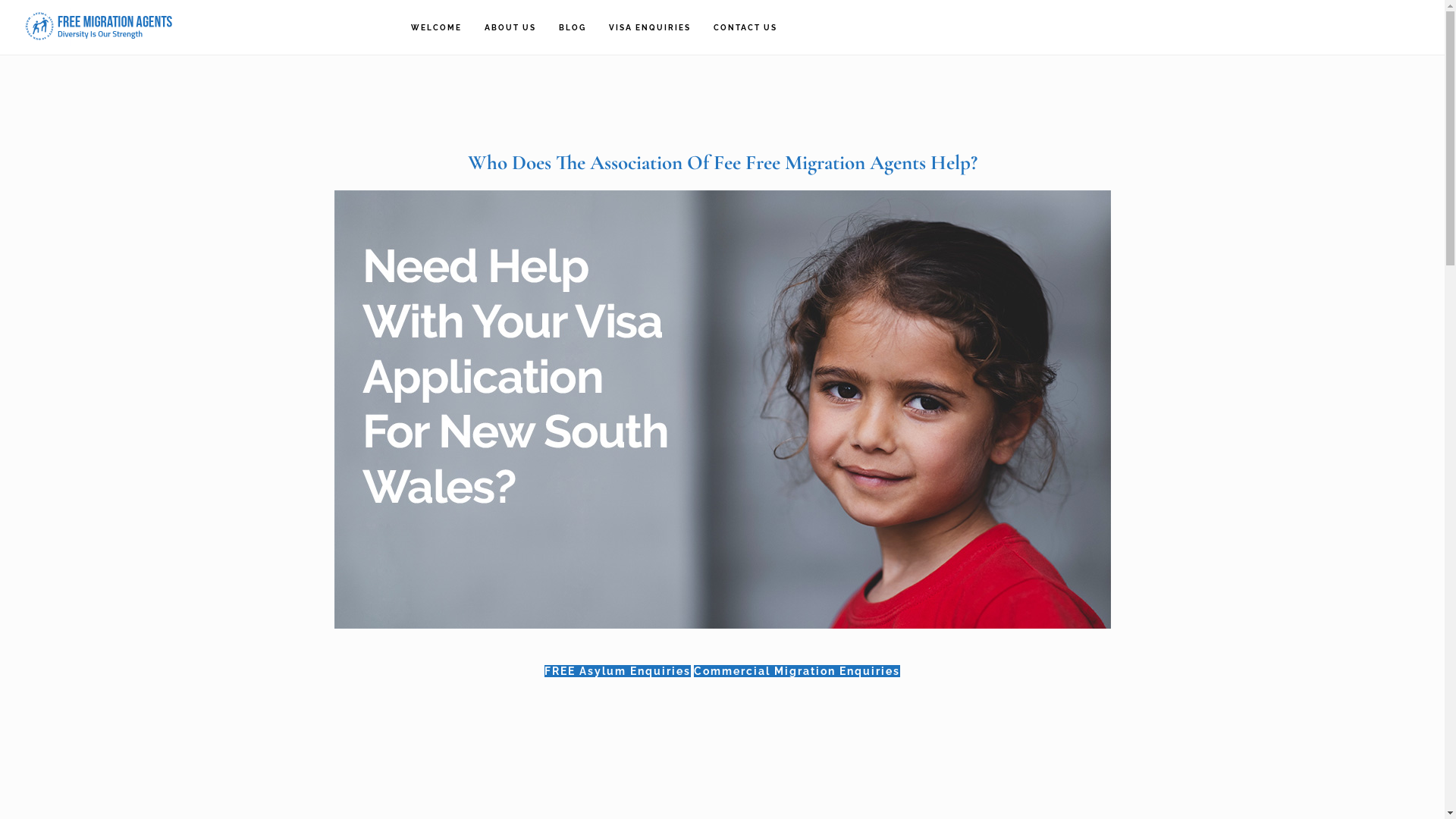 The image size is (1456, 819). Describe the element at coordinates (617, 670) in the screenshot. I see `'FREE Asylum Enquiries'` at that location.